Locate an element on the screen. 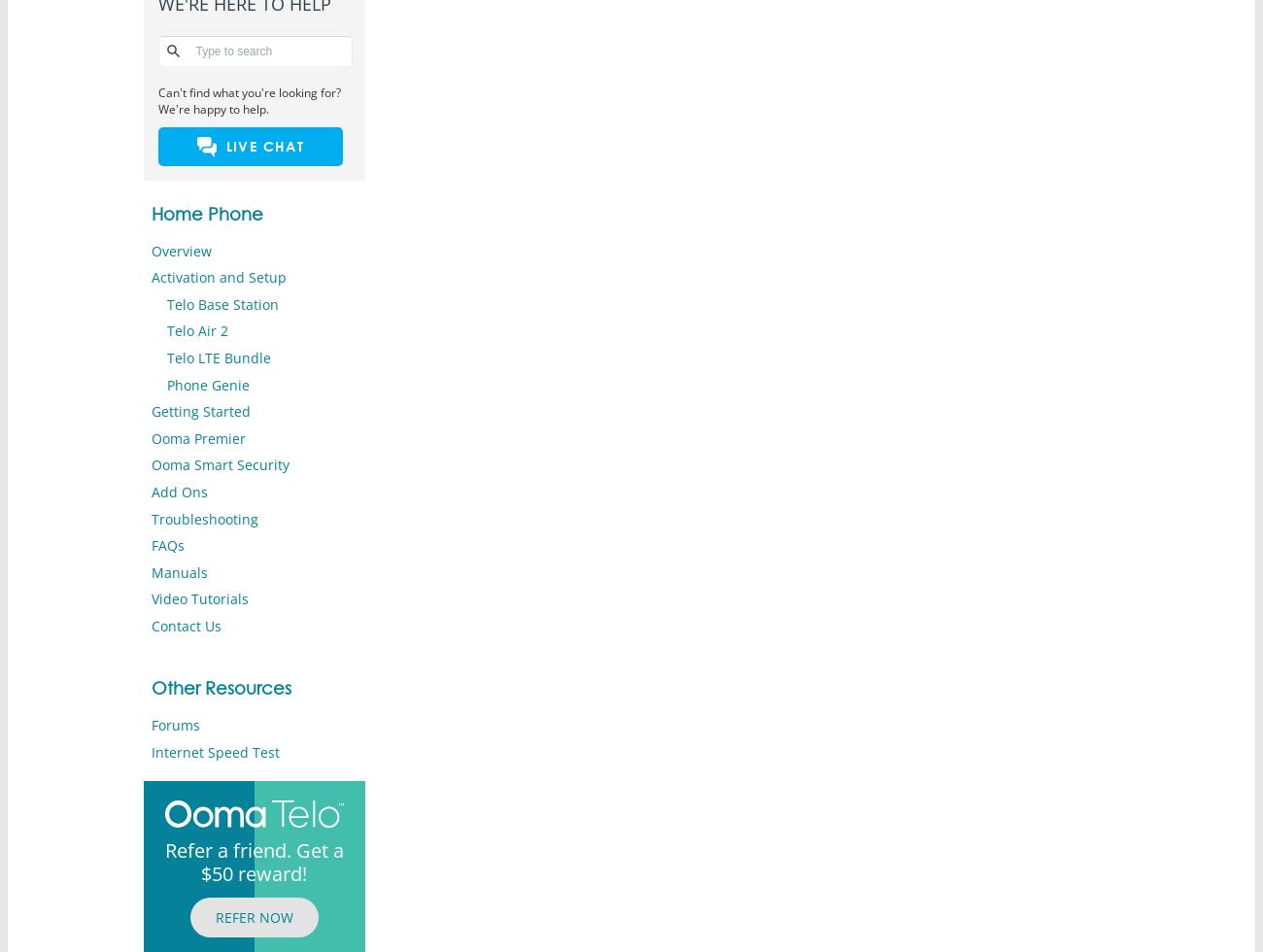 The image size is (1263, 952). 'Phone Genie' is located at coordinates (165, 384).